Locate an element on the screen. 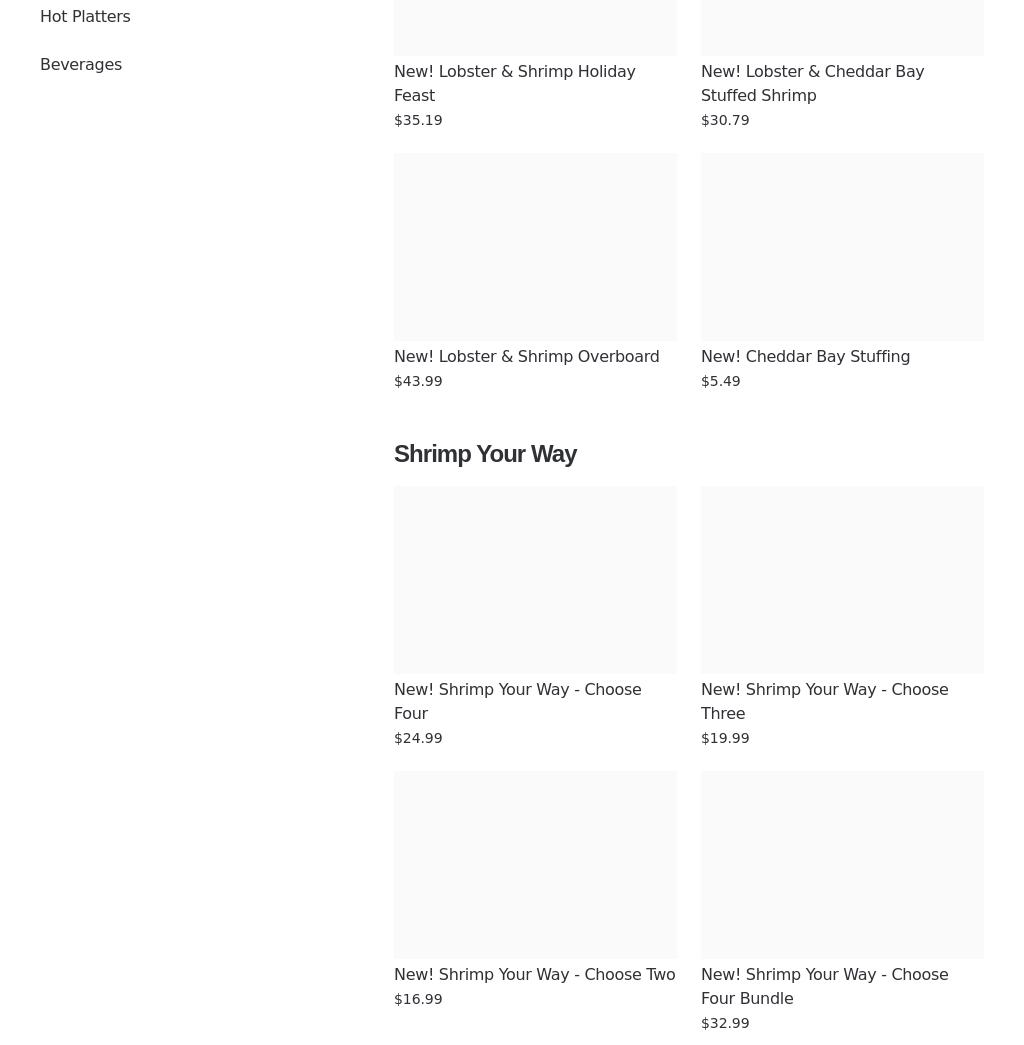 The height and width of the screenshot is (1045, 1024). '$5.49' is located at coordinates (720, 380).